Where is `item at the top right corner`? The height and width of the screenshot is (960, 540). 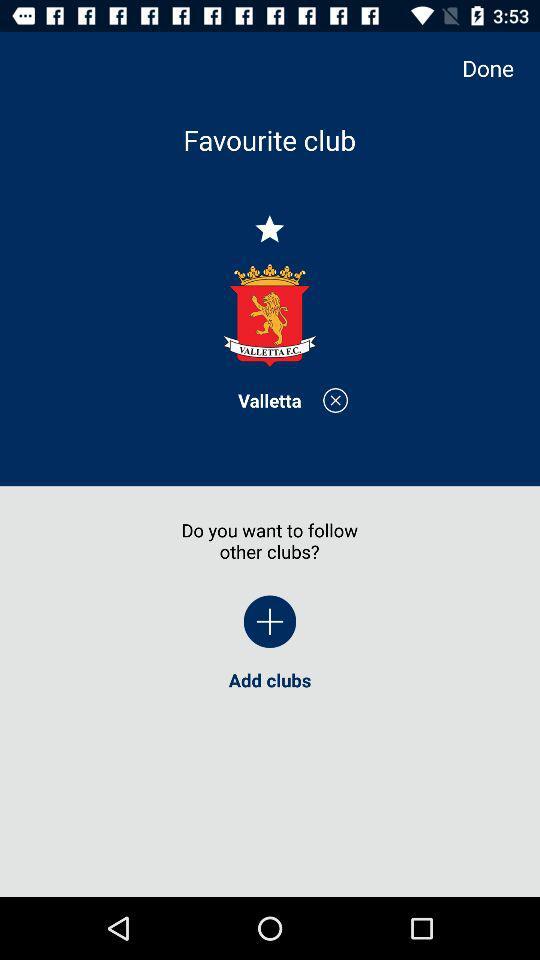 item at the top right corner is located at coordinates (496, 68).